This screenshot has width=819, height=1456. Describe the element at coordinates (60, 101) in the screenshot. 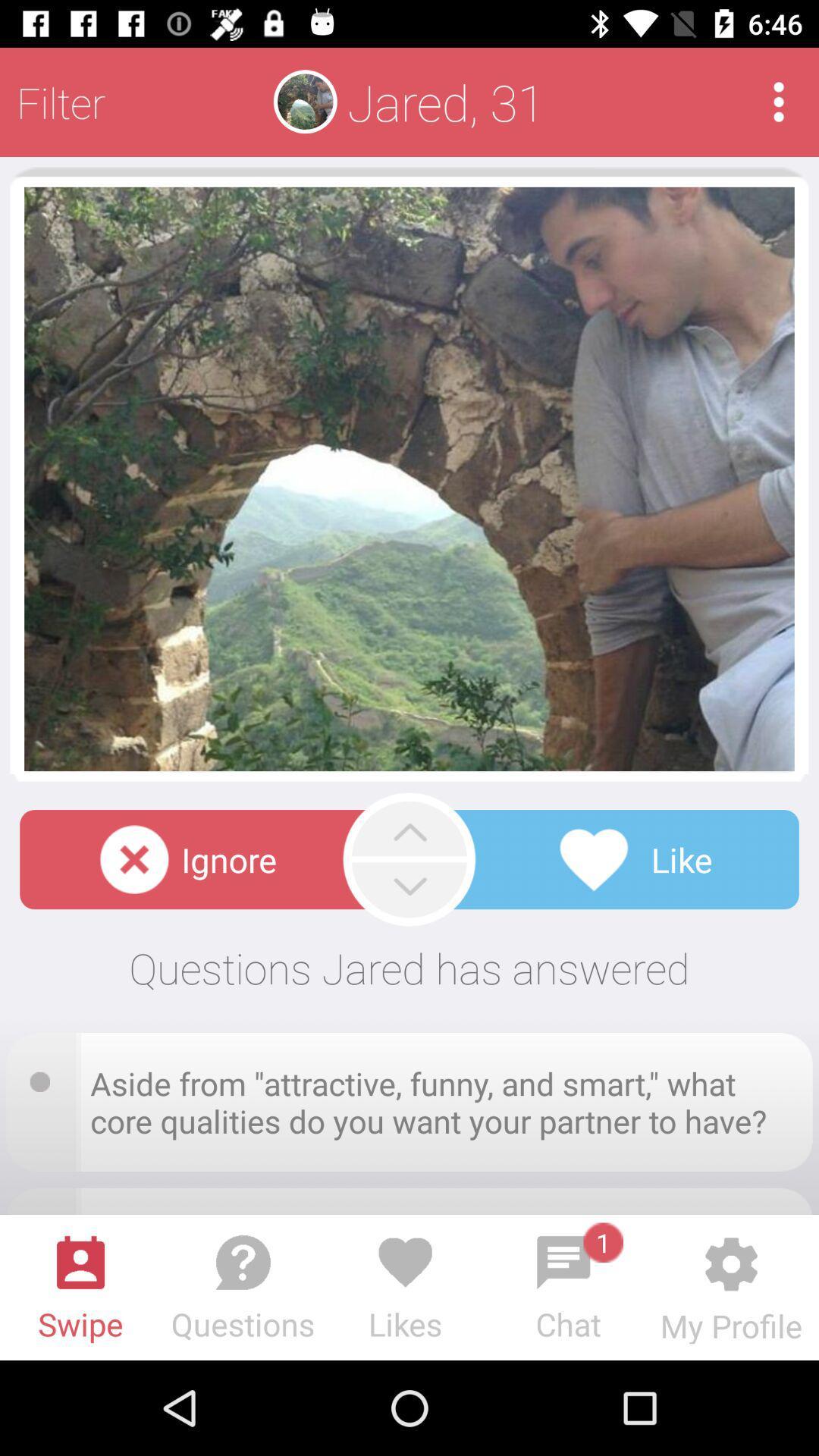

I see `filter item` at that location.